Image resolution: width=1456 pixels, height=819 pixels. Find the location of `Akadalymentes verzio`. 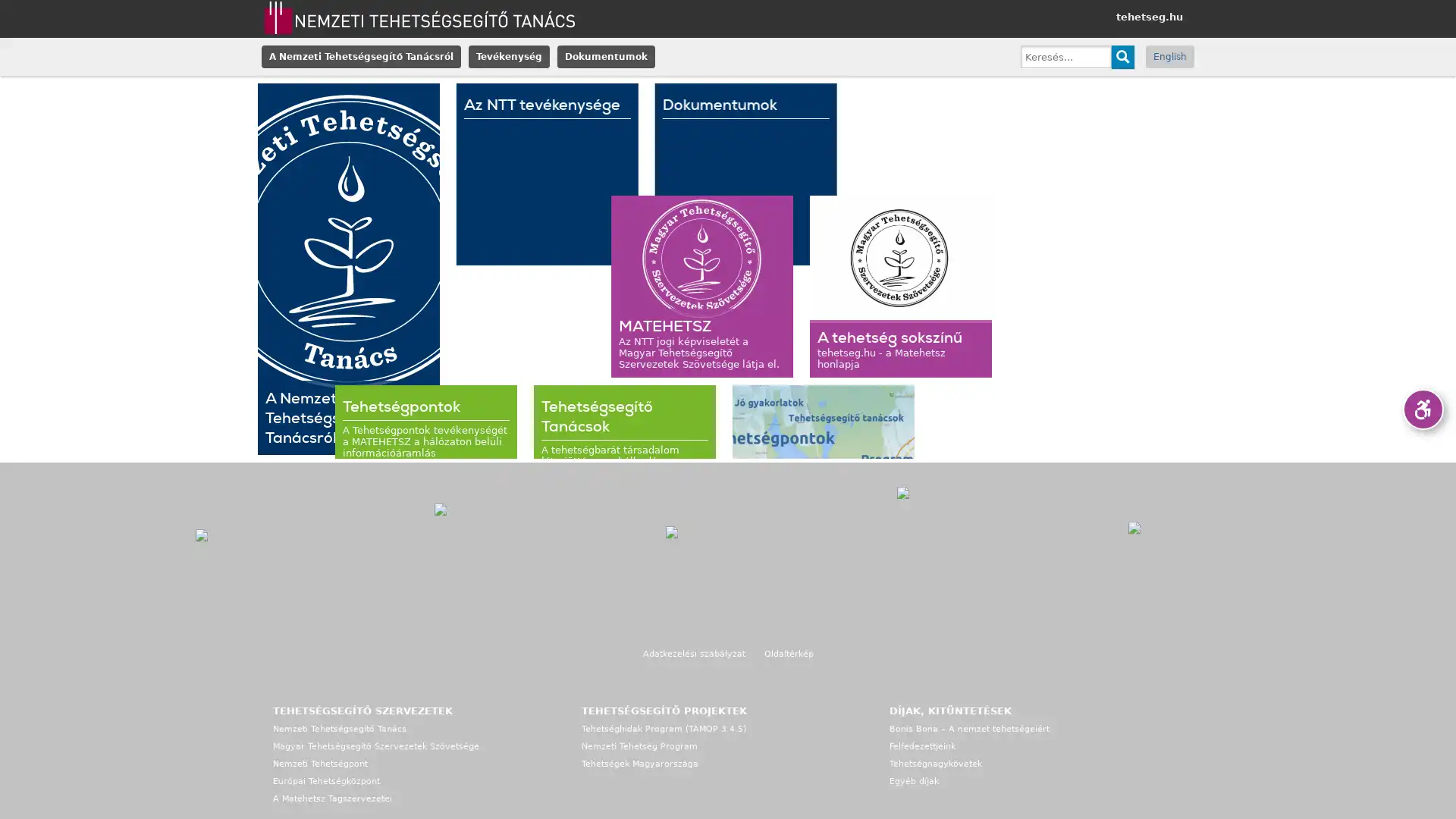

Akadalymentes verzio is located at coordinates (1422, 409).